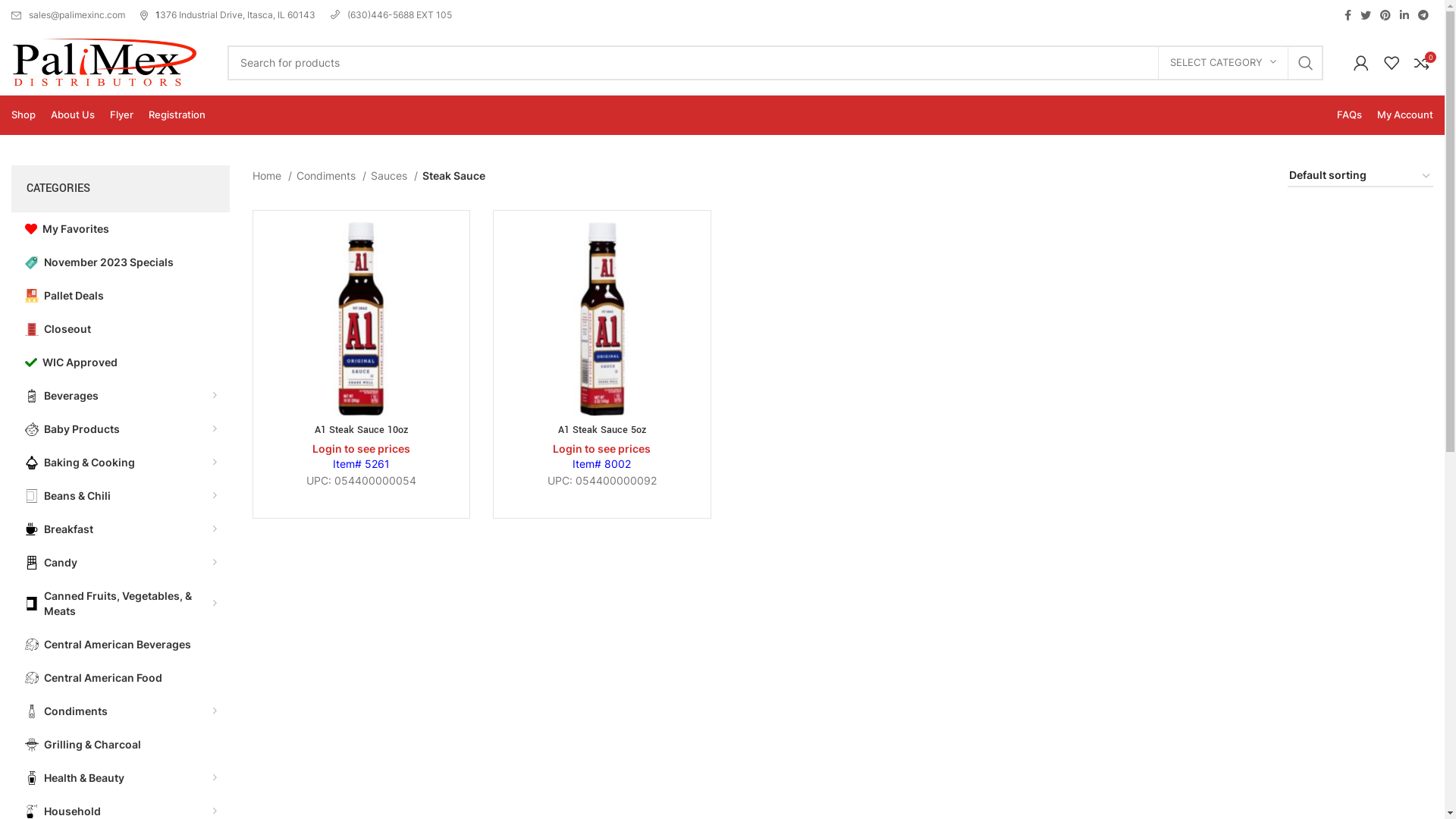 This screenshot has width=1456, height=819. I want to click on 'Pallet Deals', so click(119, 295).